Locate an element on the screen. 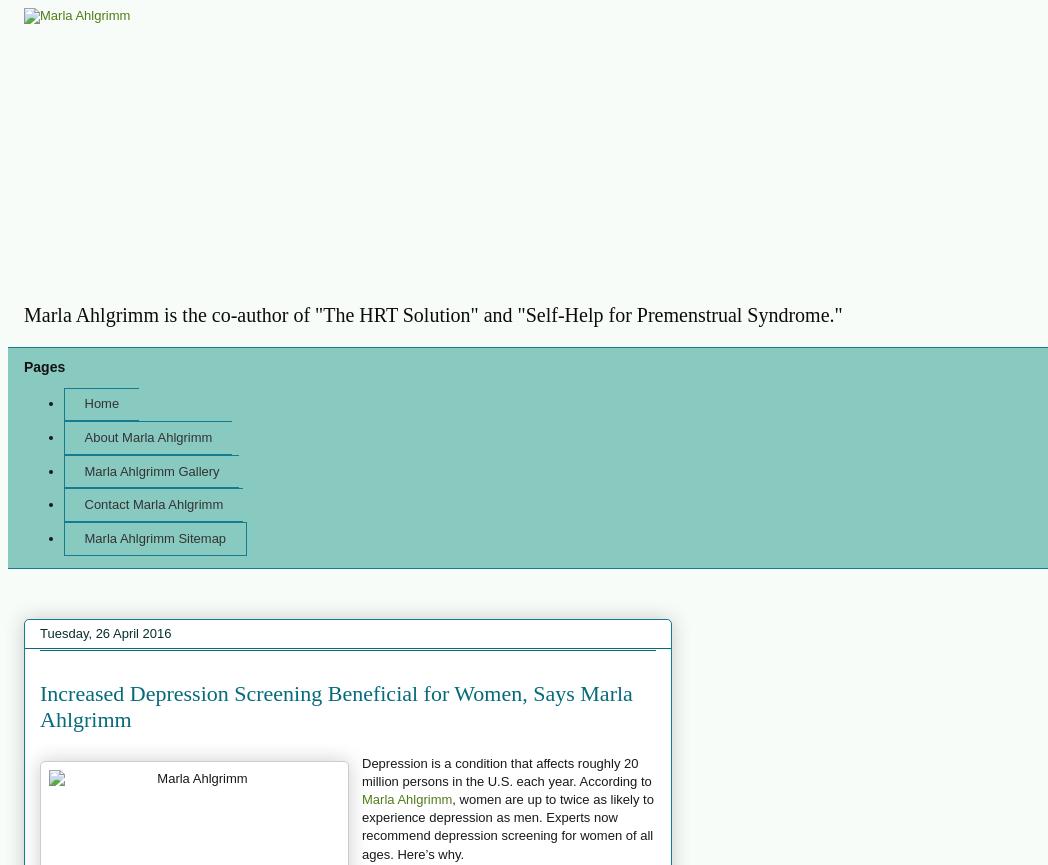  ', women are up to twice as likely to experience depression as men. Experts now recommend depression screening for women of all ages. Here’s why.' is located at coordinates (507, 824).